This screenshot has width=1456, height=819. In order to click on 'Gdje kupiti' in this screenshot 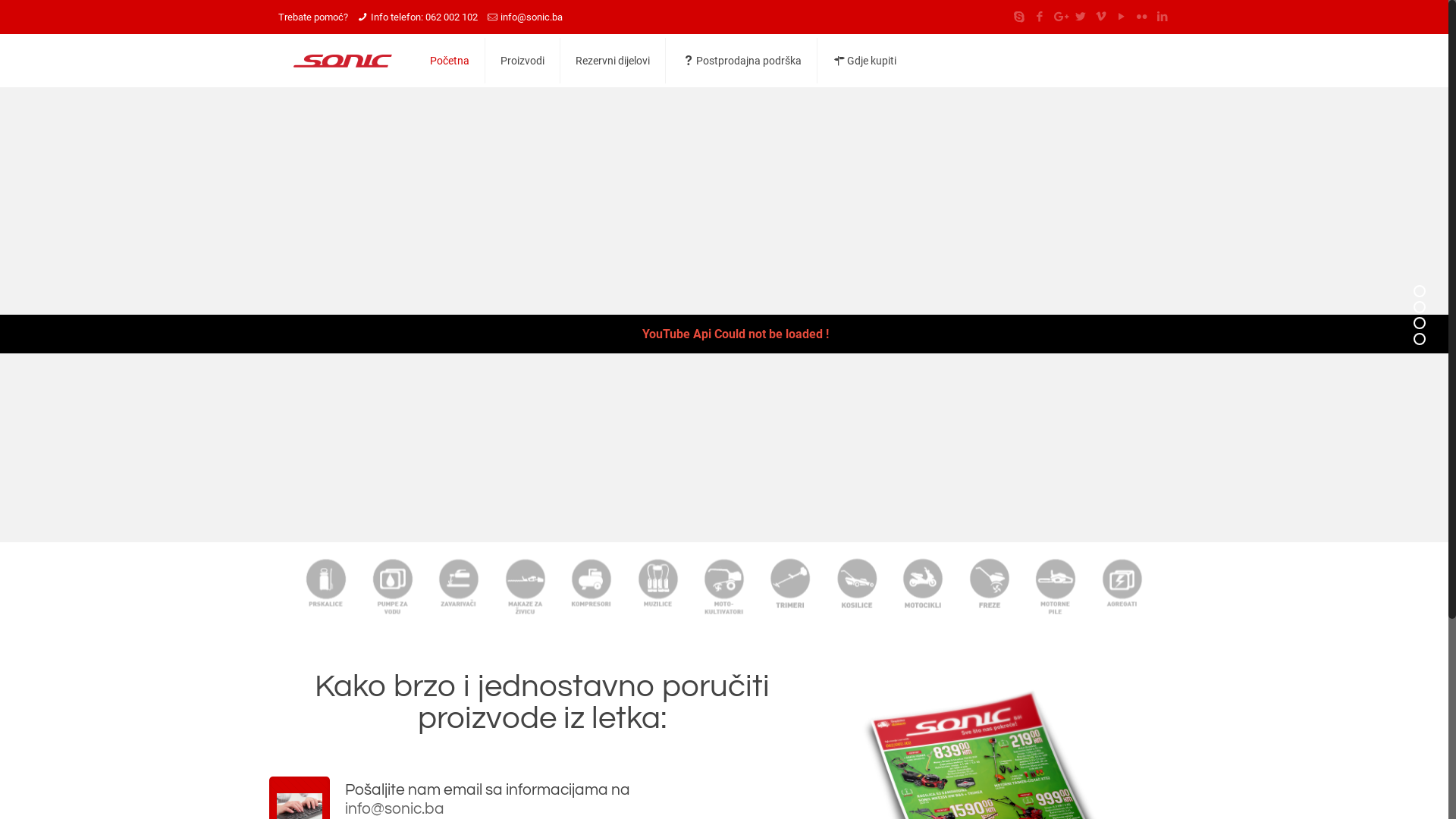, I will do `click(864, 60)`.